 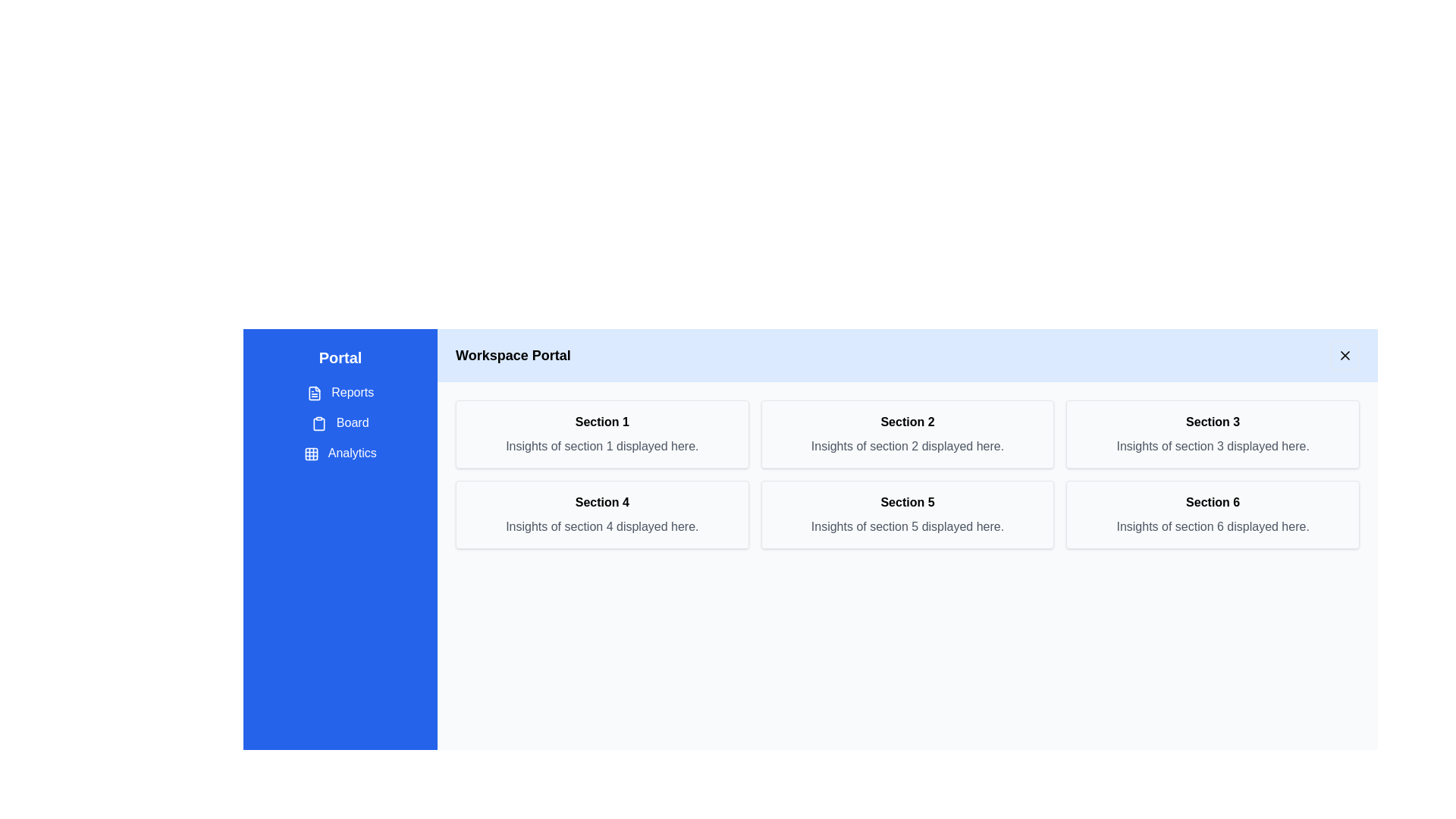 What do you see at coordinates (1212, 526) in the screenshot?
I see `the text label displaying 'Insights of section 6 displayed here.' which is located under the heading 'Section 6' in the card interface` at bounding box center [1212, 526].